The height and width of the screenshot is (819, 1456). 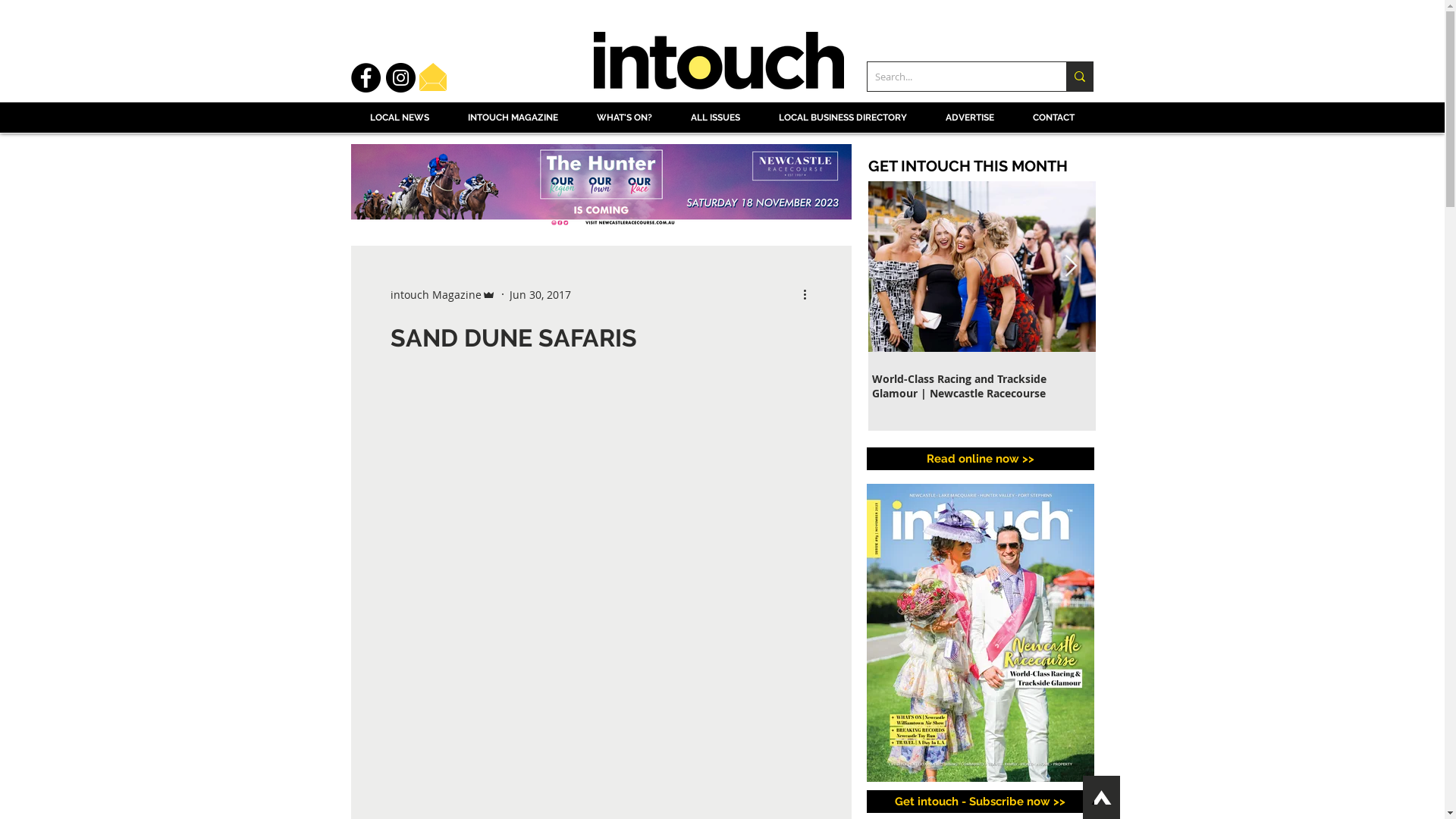 I want to click on 'ALL ISSUES', so click(x=711, y=121).